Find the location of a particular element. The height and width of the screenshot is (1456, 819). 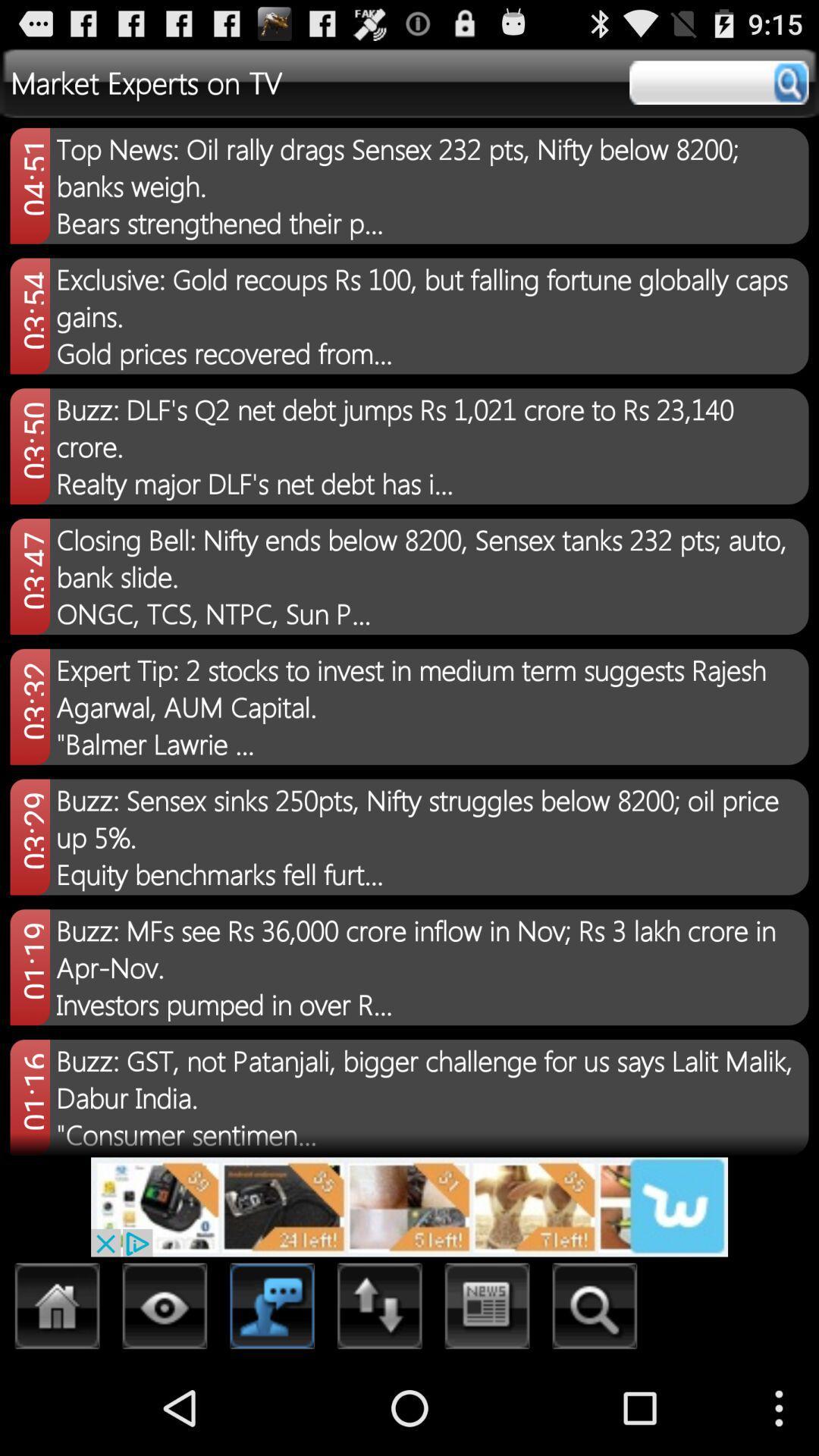

the visibility icon is located at coordinates (165, 1401).